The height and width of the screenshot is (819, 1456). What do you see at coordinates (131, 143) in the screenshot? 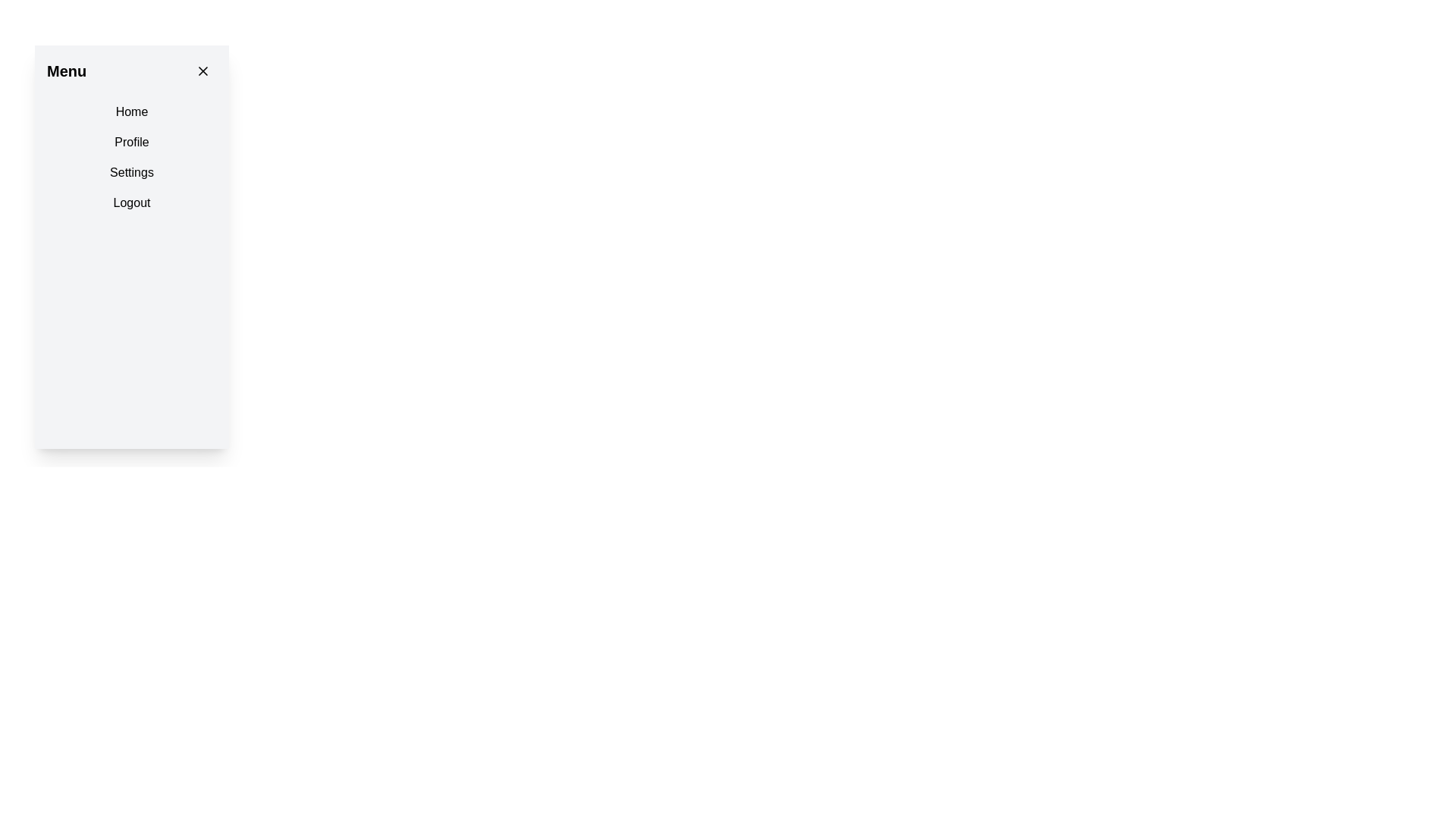
I see `the 'Profile' menu item, which is the second item in the vertical stack of menu options` at bounding box center [131, 143].